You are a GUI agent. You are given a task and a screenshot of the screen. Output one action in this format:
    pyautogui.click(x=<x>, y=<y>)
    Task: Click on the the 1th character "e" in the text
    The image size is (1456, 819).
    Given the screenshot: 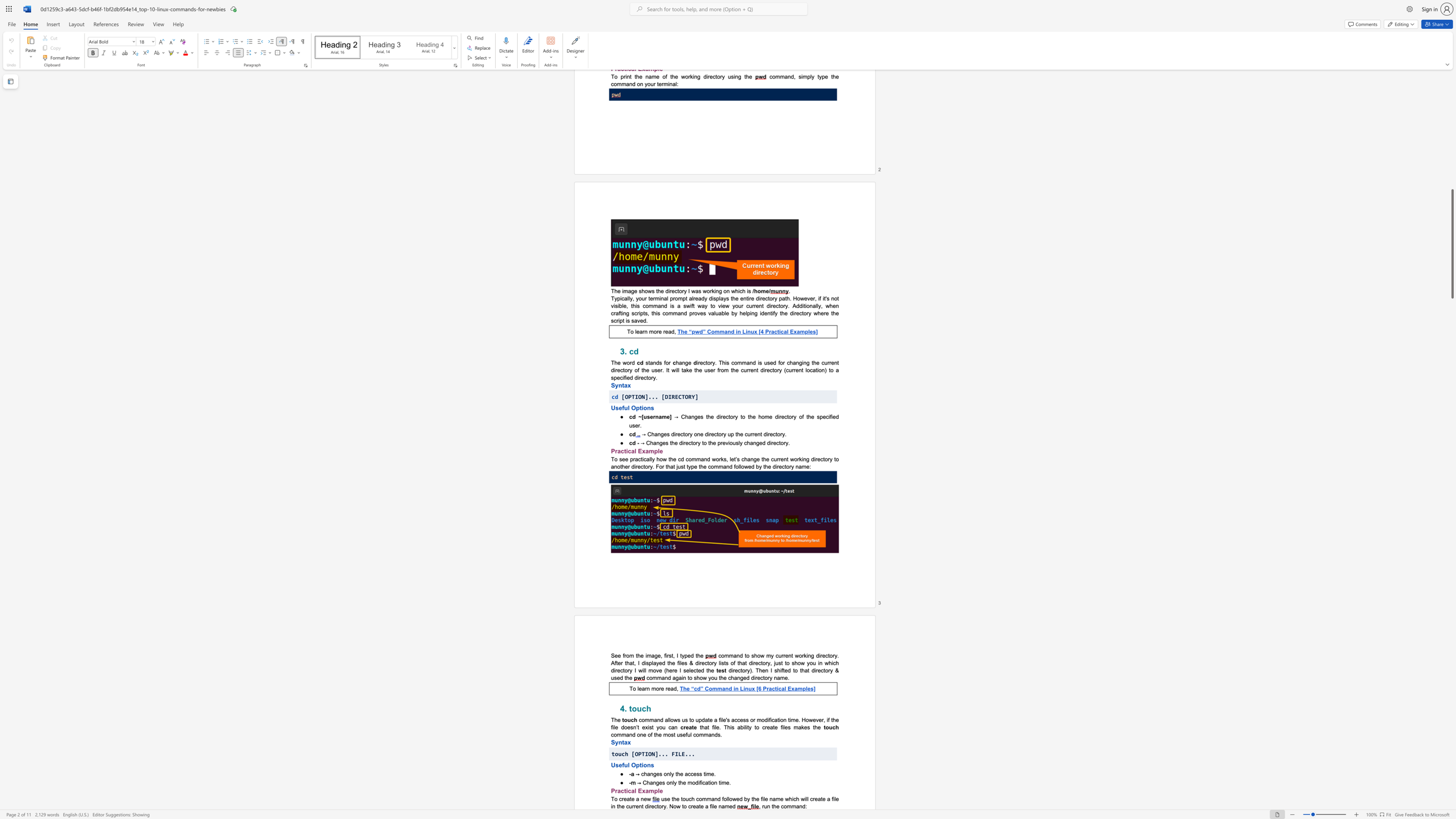 What is the action you would take?
    pyautogui.click(x=777, y=806)
    